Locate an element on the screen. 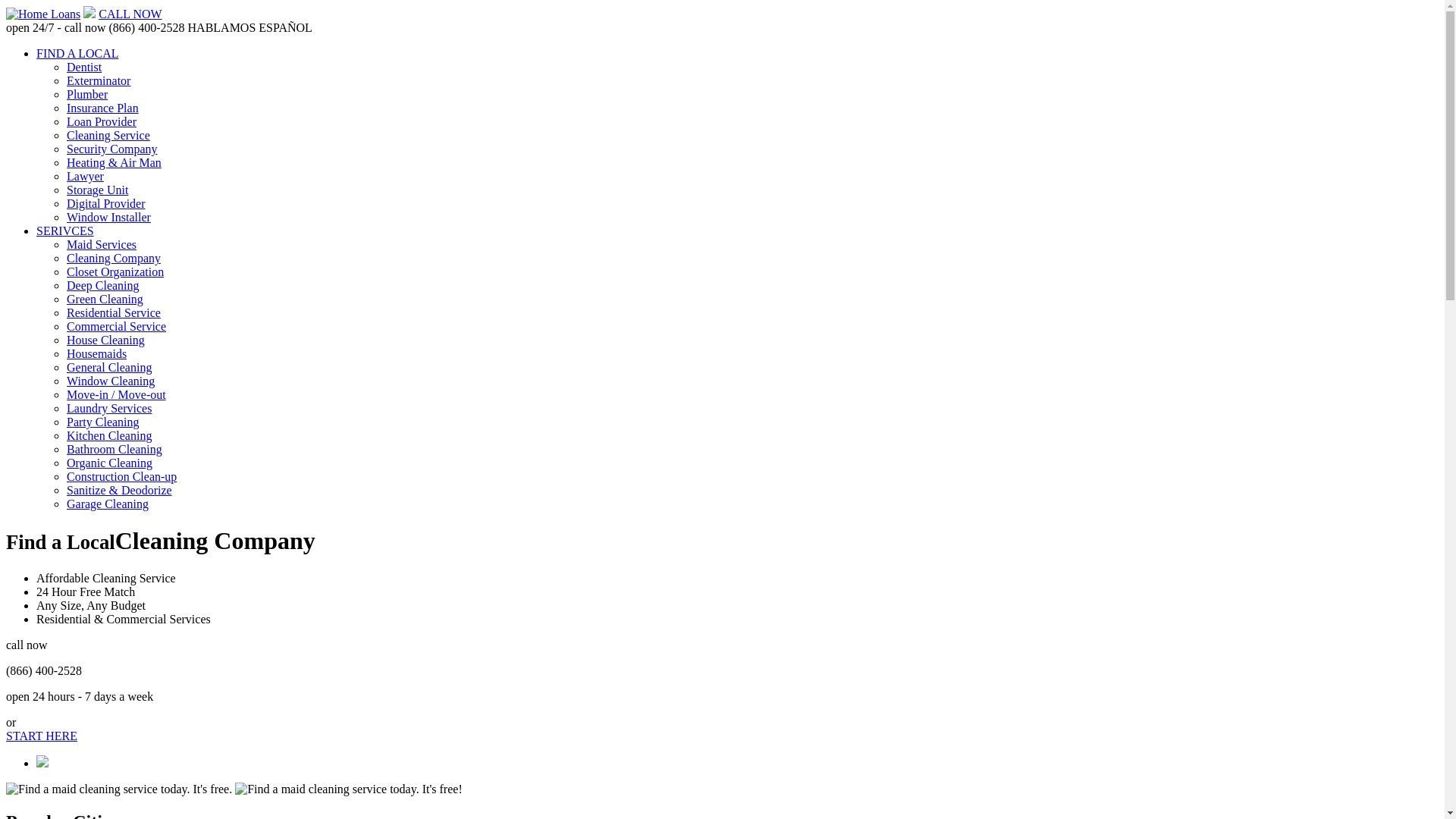 The image size is (1456, 819). 'Housemaids' is located at coordinates (65, 353).